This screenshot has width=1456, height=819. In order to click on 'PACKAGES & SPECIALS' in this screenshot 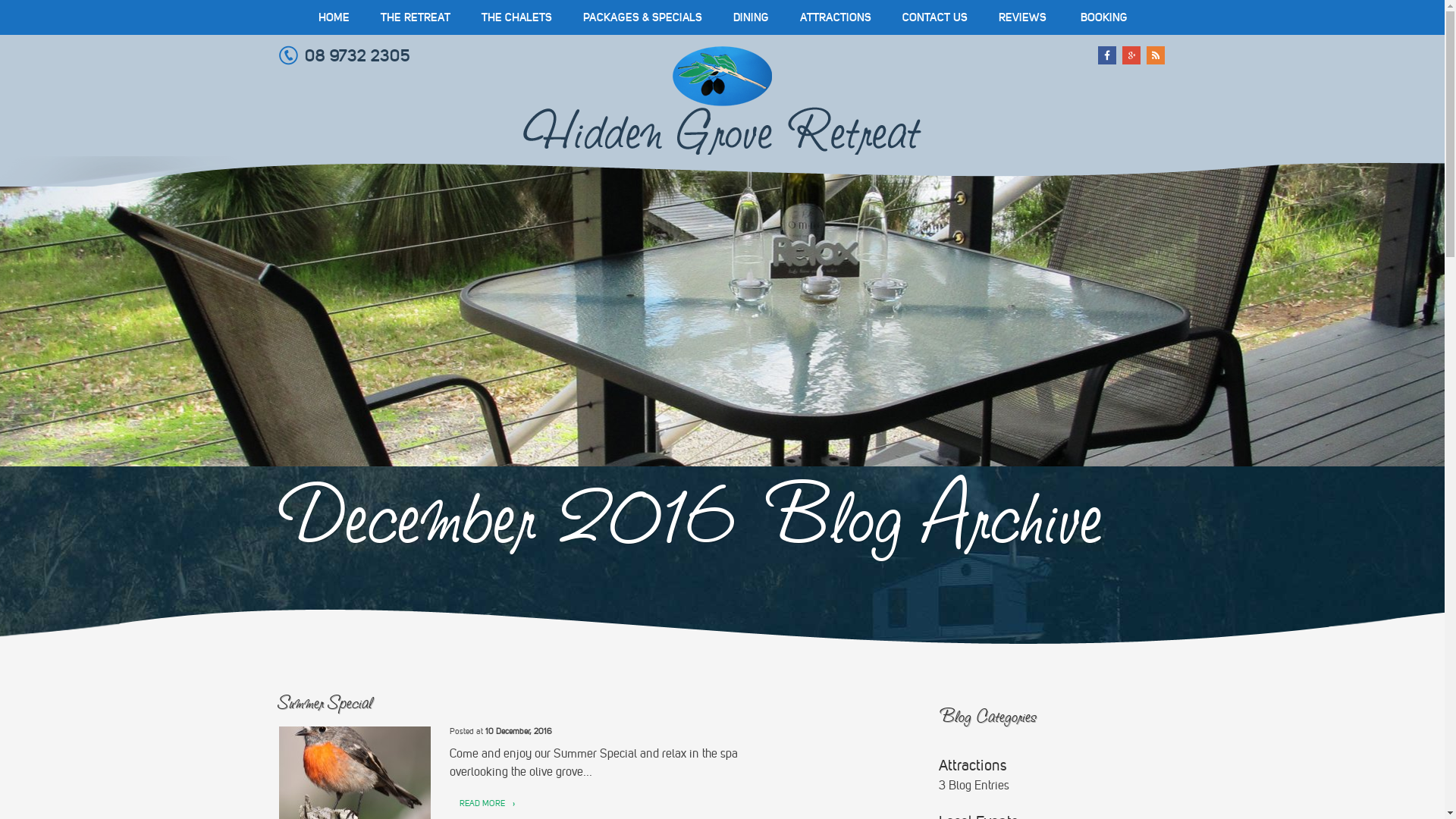, I will do `click(642, 17)`.